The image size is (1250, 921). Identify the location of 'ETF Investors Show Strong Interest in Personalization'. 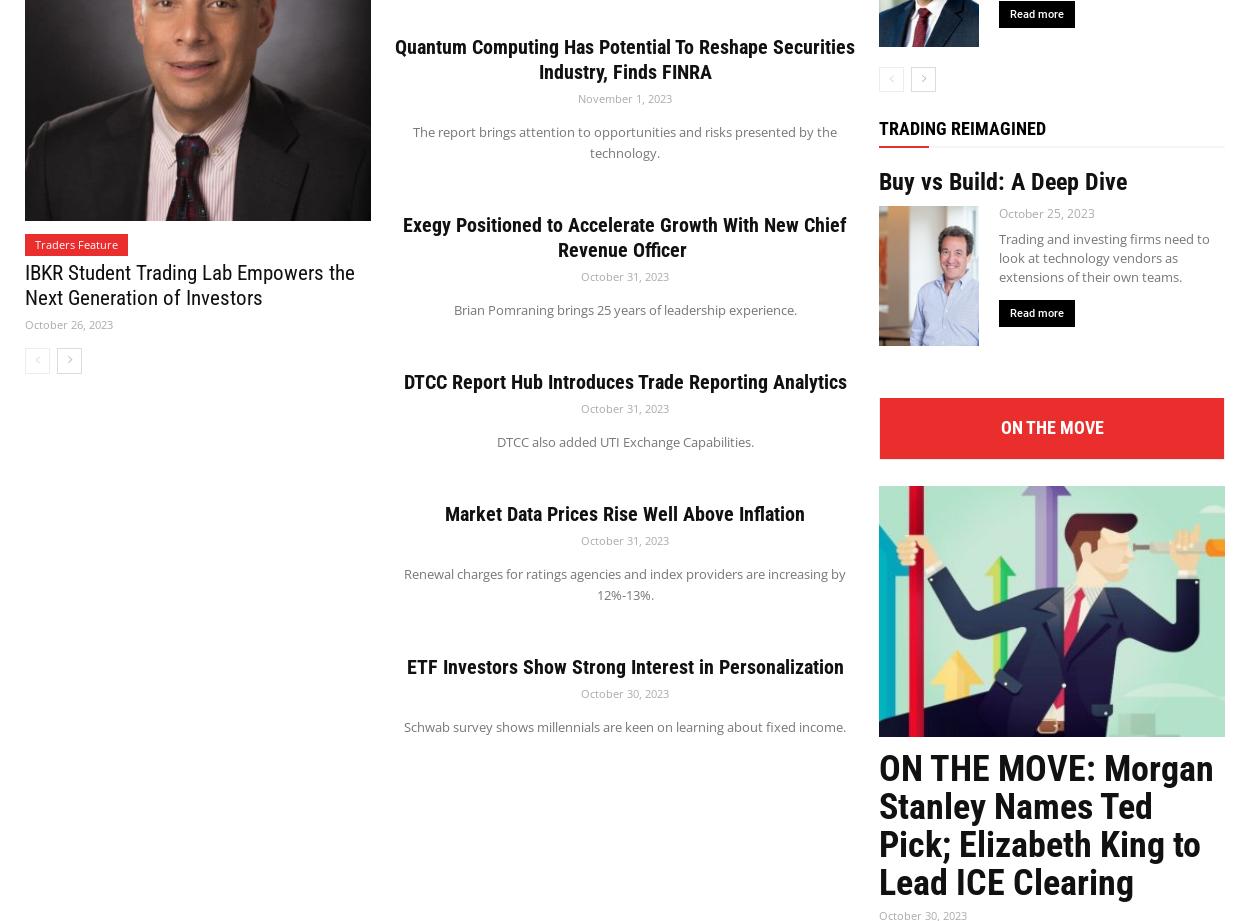
(623, 665).